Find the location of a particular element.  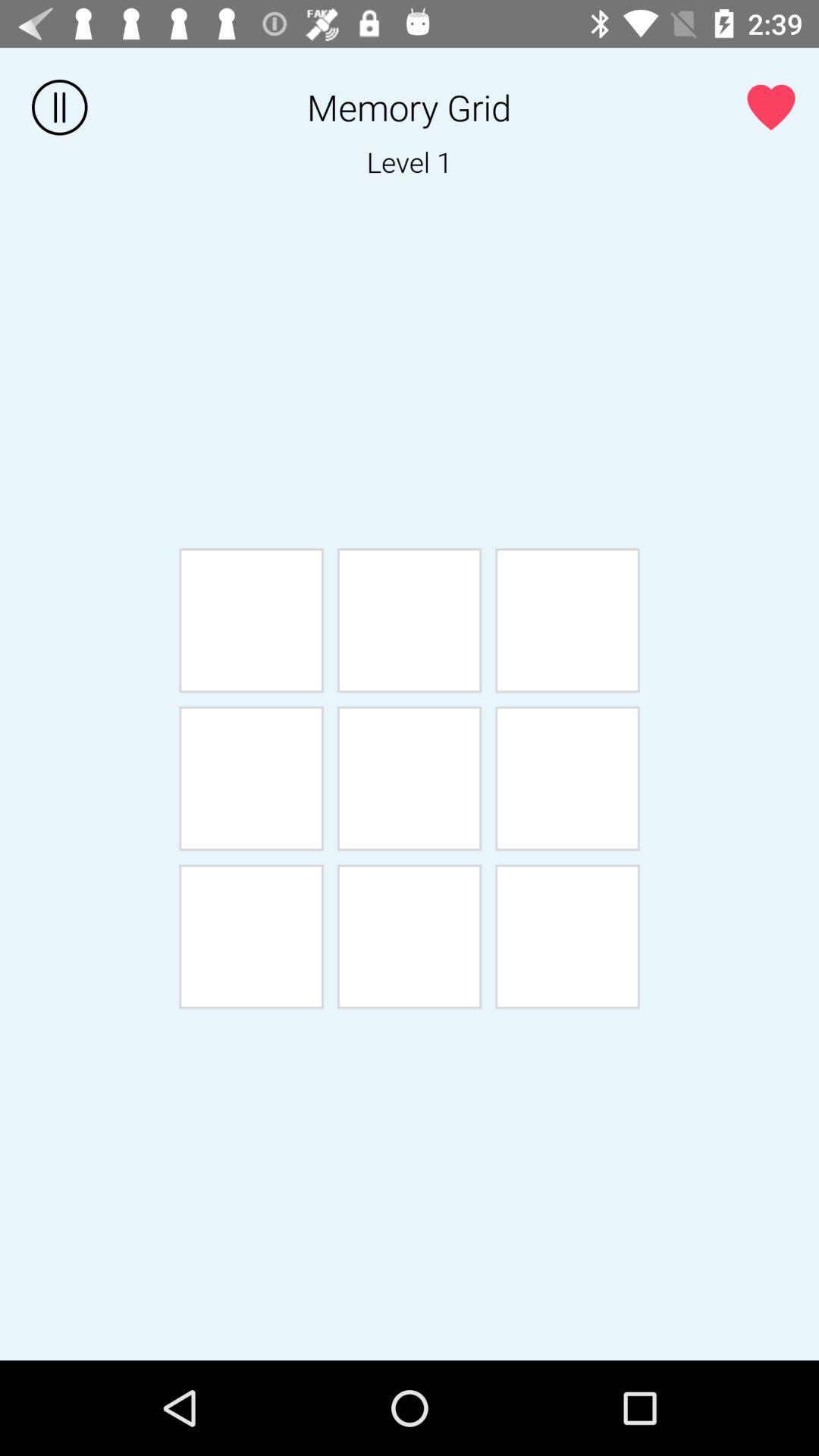

the first box from the second row is located at coordinates (250, 779).